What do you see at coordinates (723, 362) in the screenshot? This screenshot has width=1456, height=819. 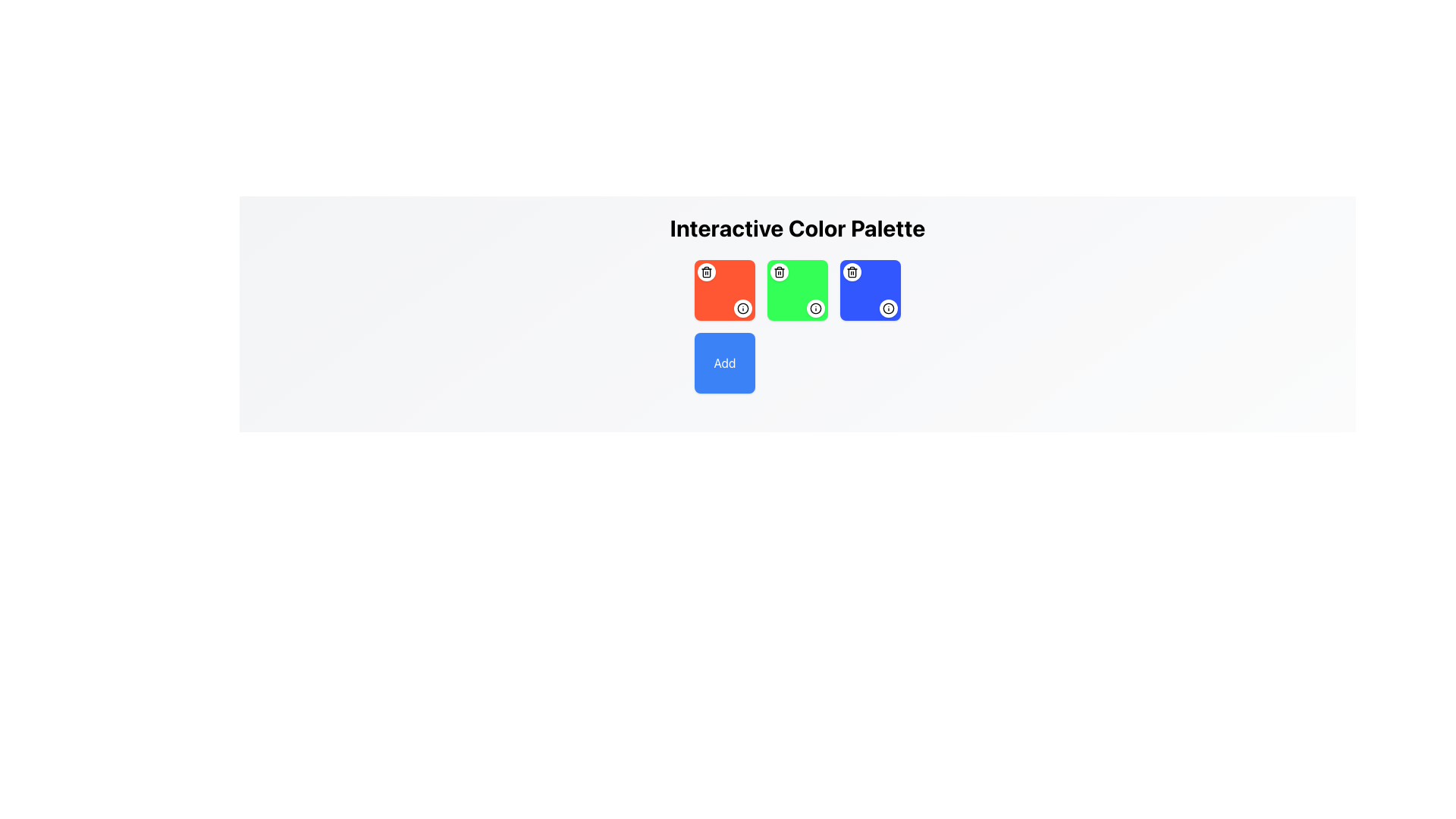 I see `the blue 'Add' button located in the bottom-left corner of the grid layout` at bounding box center [723, 362].